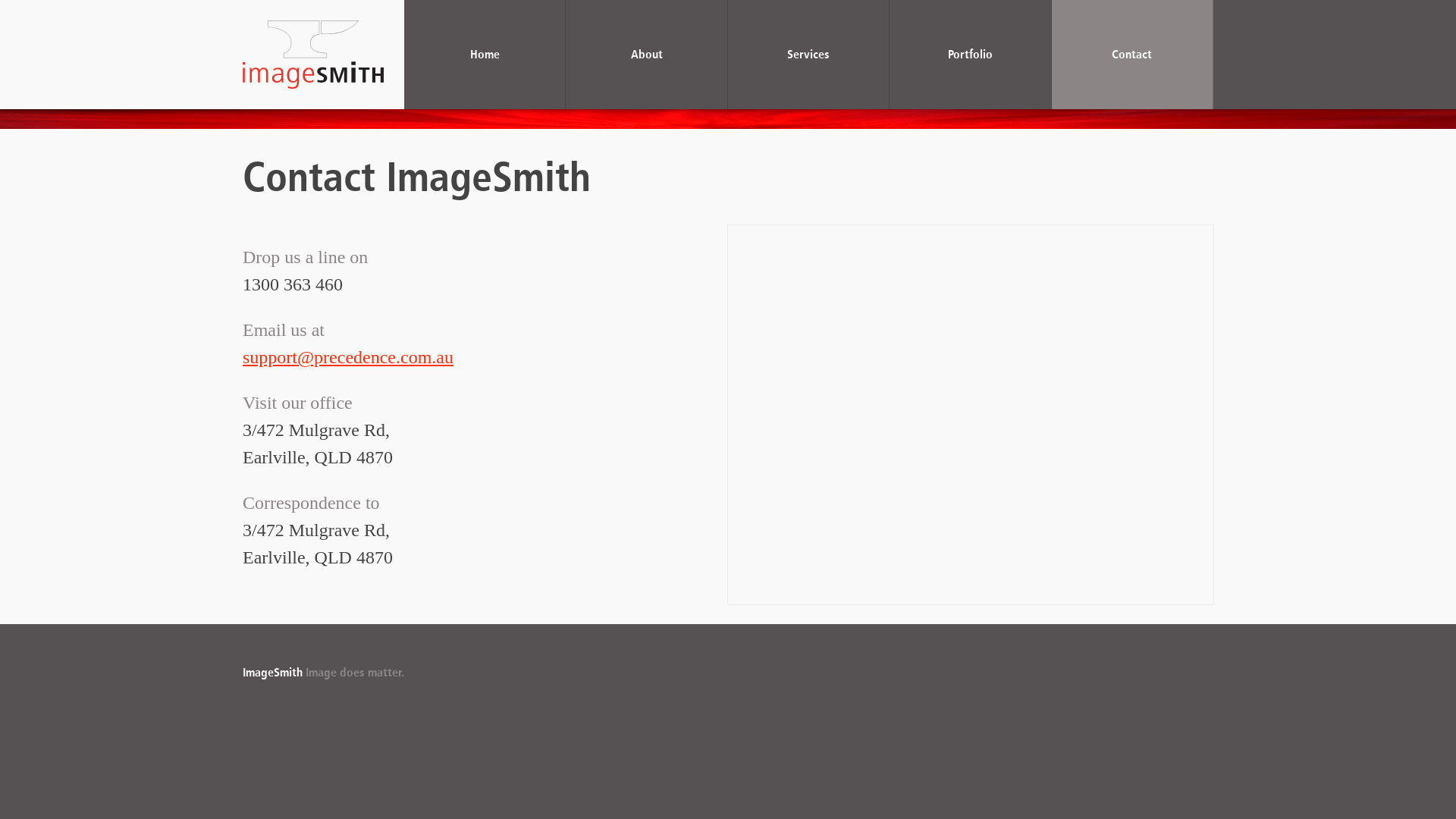 Image resolution: width=1456 pixels, height=819 pixels. I want to click on 'Portfolio', so click(969, 54).